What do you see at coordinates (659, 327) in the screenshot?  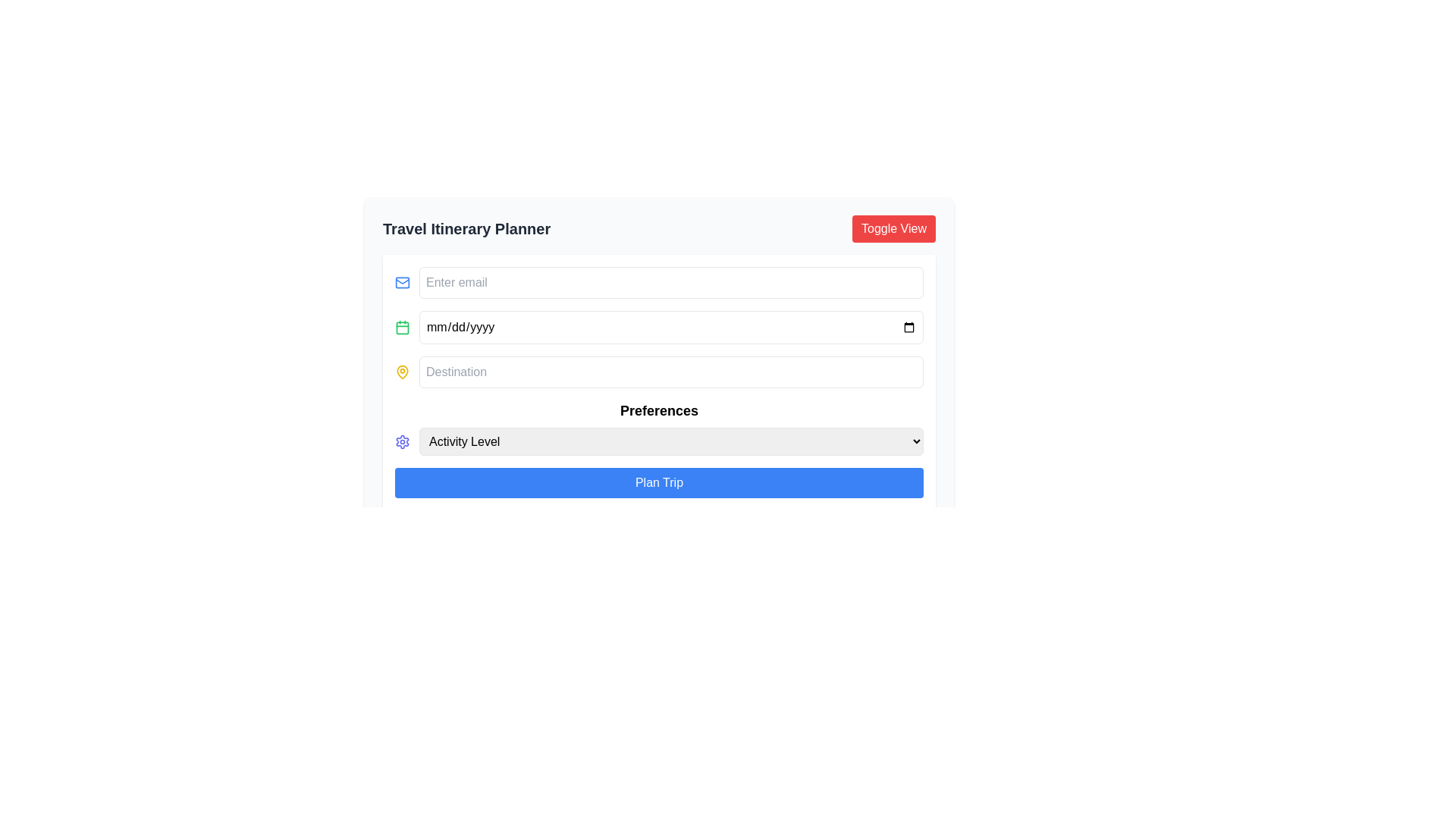 I see `the Date Picker Input Field with placeholder 'mm/dd/yyyy' located within the 'Travel Itinerary Planner' form` at bounding box center [659, 327].